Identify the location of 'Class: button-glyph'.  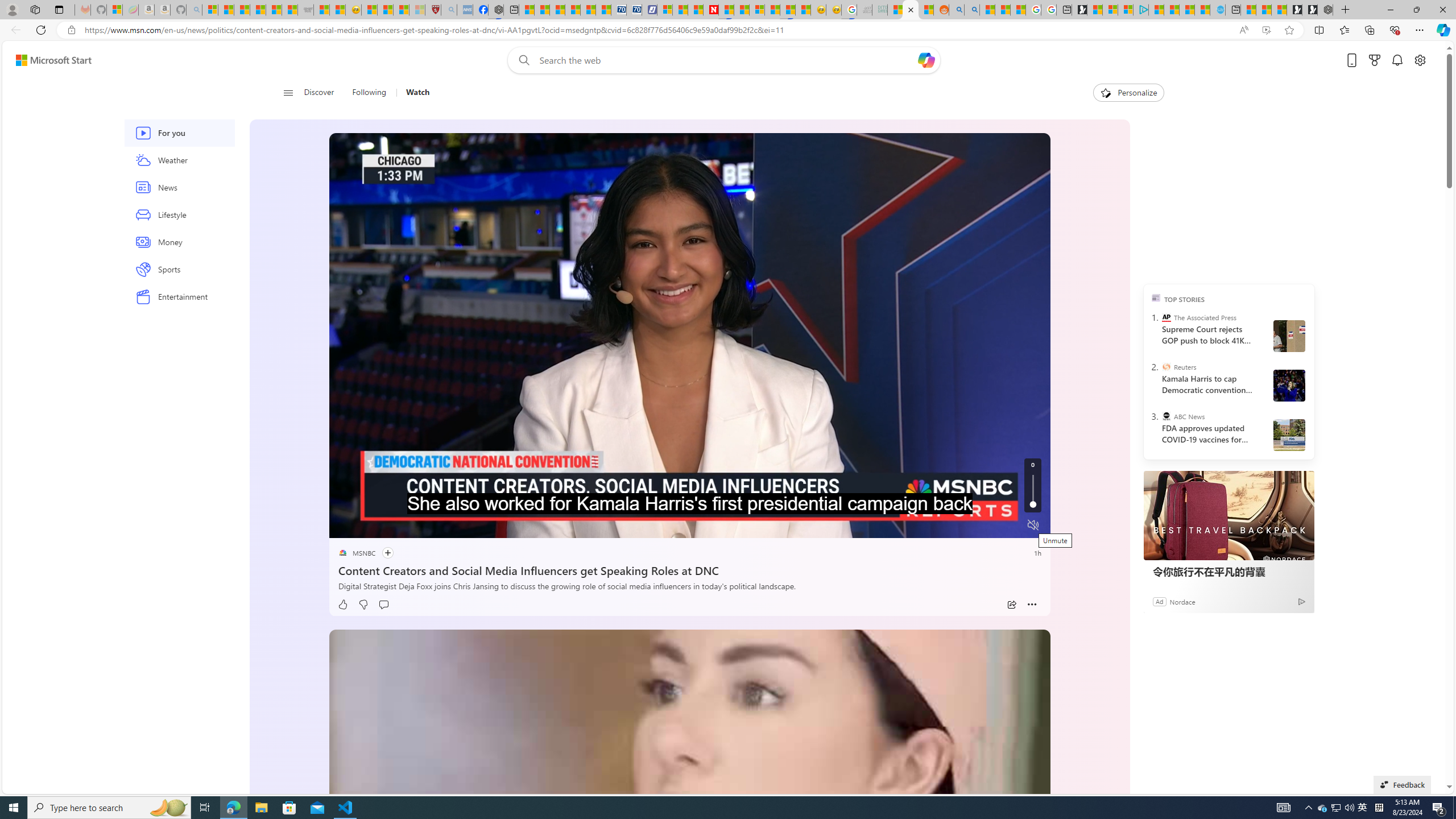
(287, 92).